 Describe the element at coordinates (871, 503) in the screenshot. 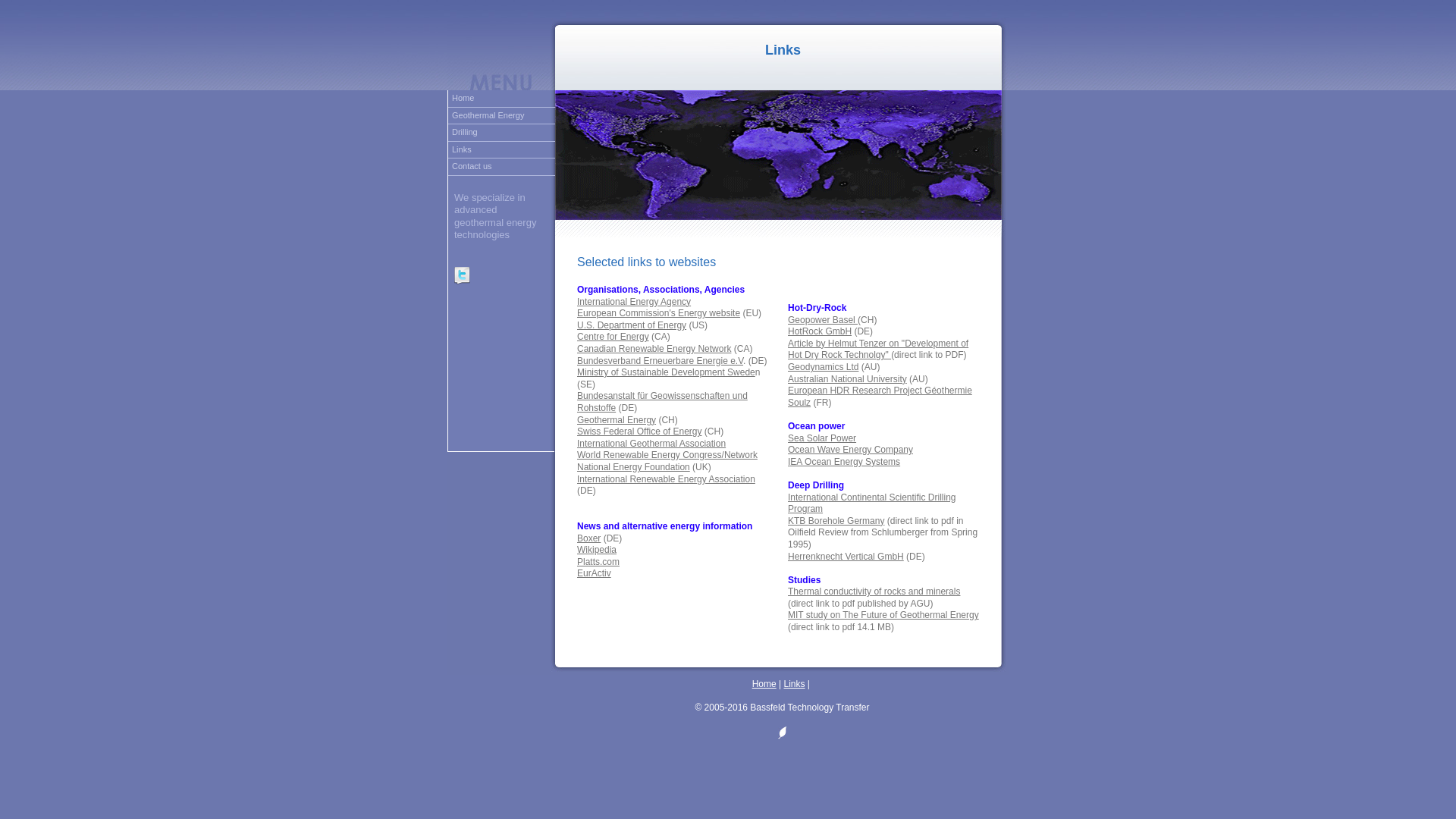

I see `'International Continental Scientific Drilling Program'` at that location.